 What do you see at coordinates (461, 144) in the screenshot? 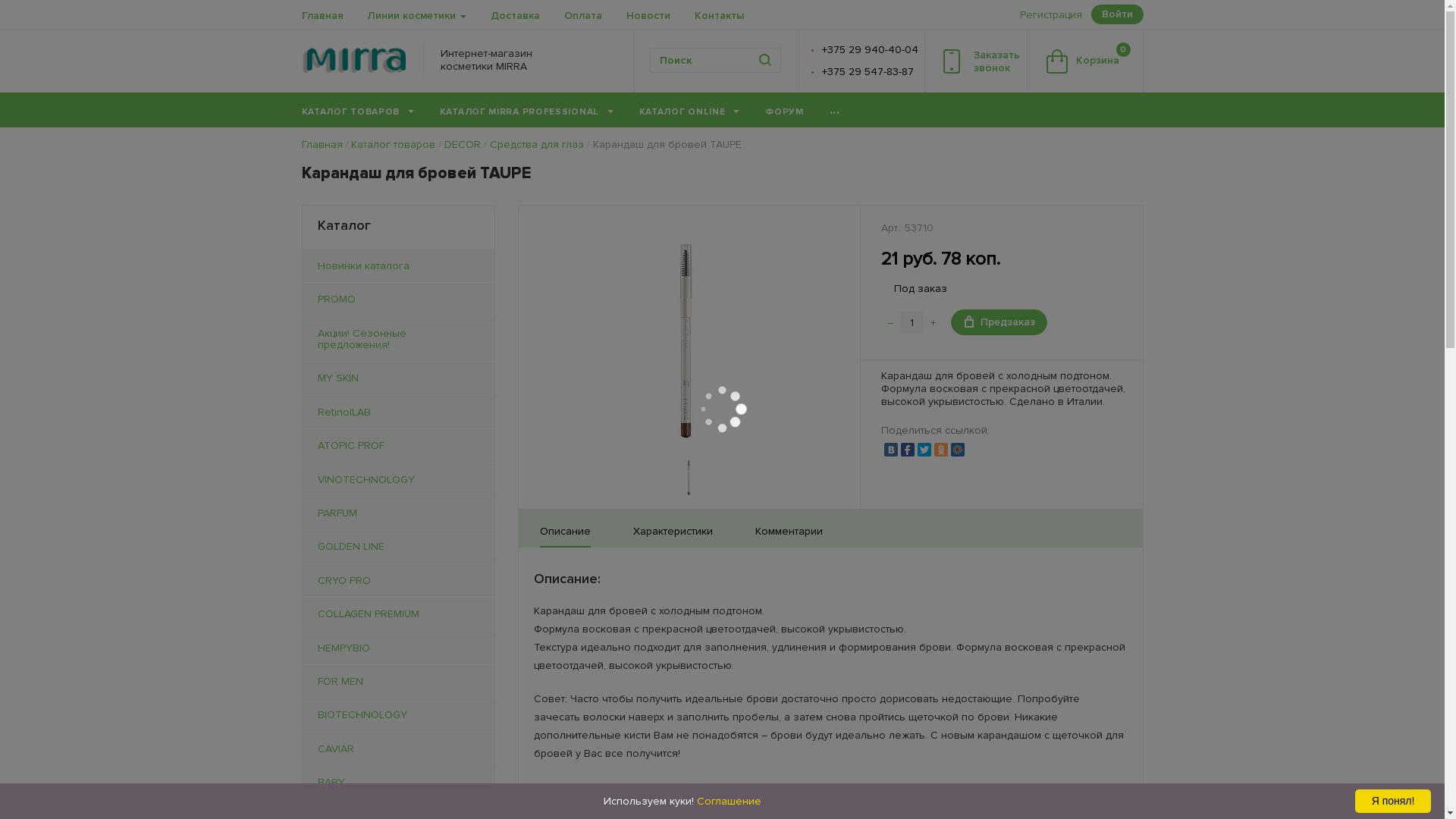
I see `'DECOR'` at bounding box center [461, 144].